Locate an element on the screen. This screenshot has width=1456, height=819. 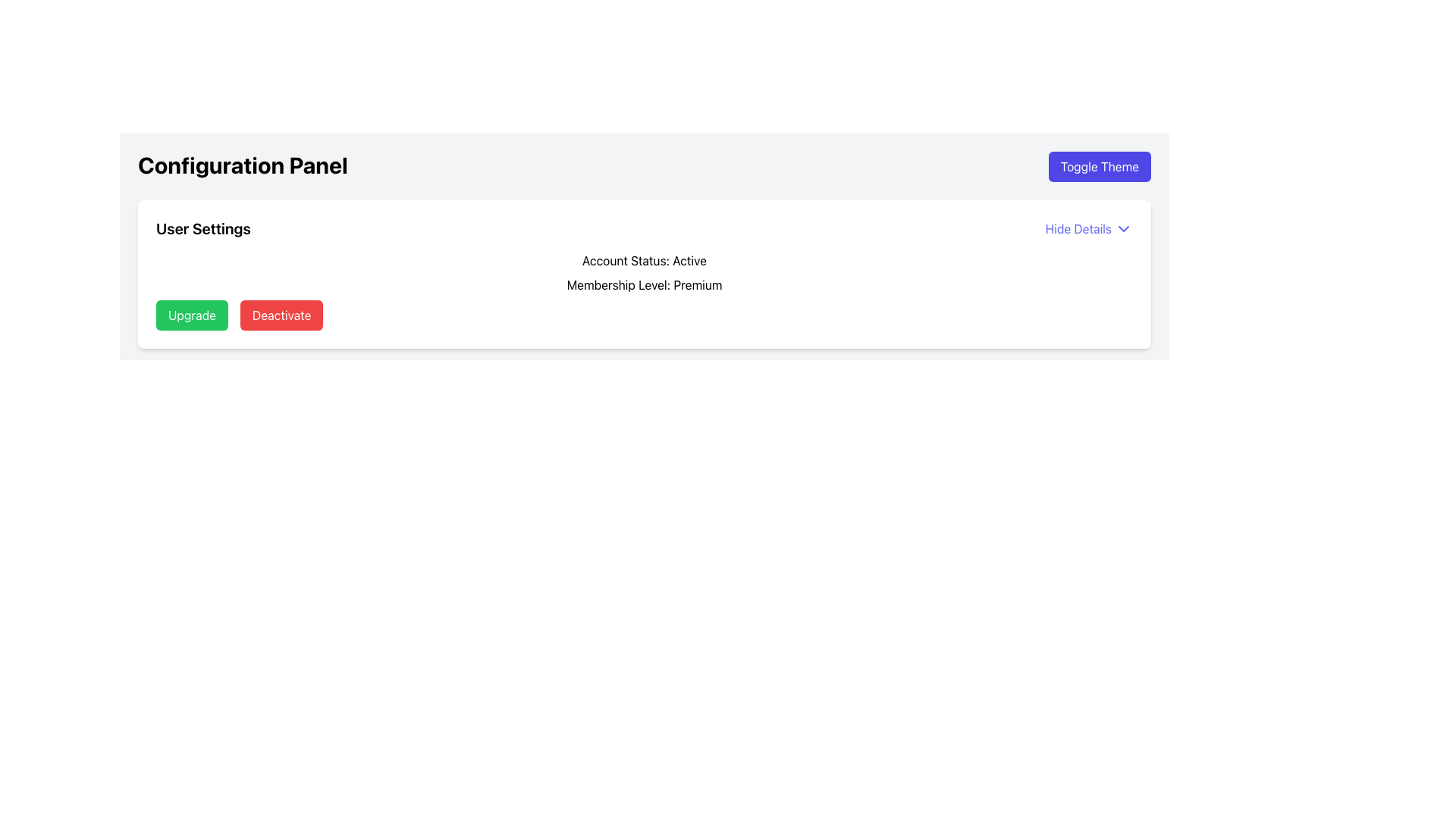
the Dropdown toggle chevron located to the immediate right of the 'Hide Details' text near the upper-right section of a card-like component within a configuration panel is located at coordinates (1124, 228).